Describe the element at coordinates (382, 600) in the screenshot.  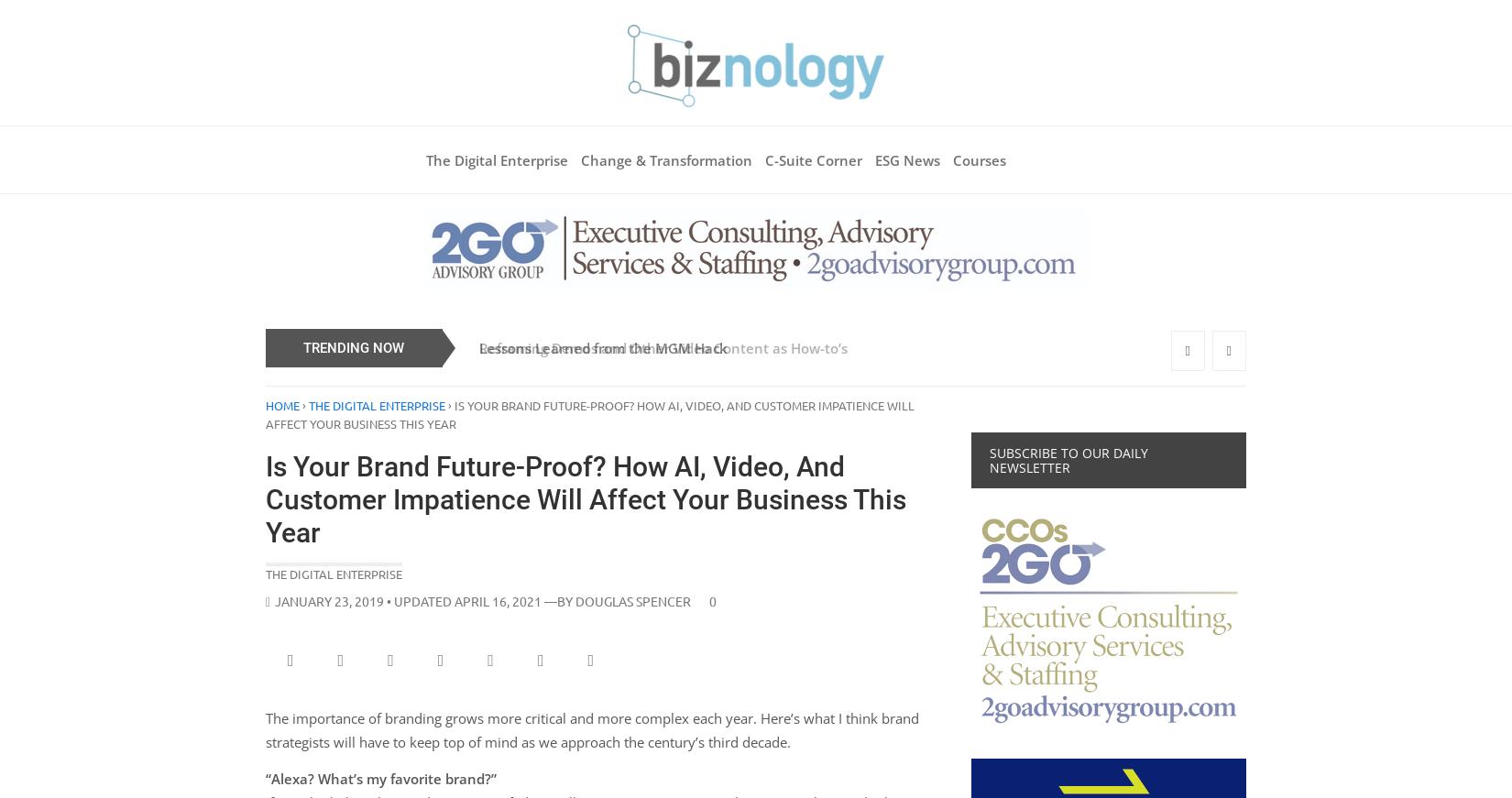
I see `'• Updated April 16, 2021'` at that location.